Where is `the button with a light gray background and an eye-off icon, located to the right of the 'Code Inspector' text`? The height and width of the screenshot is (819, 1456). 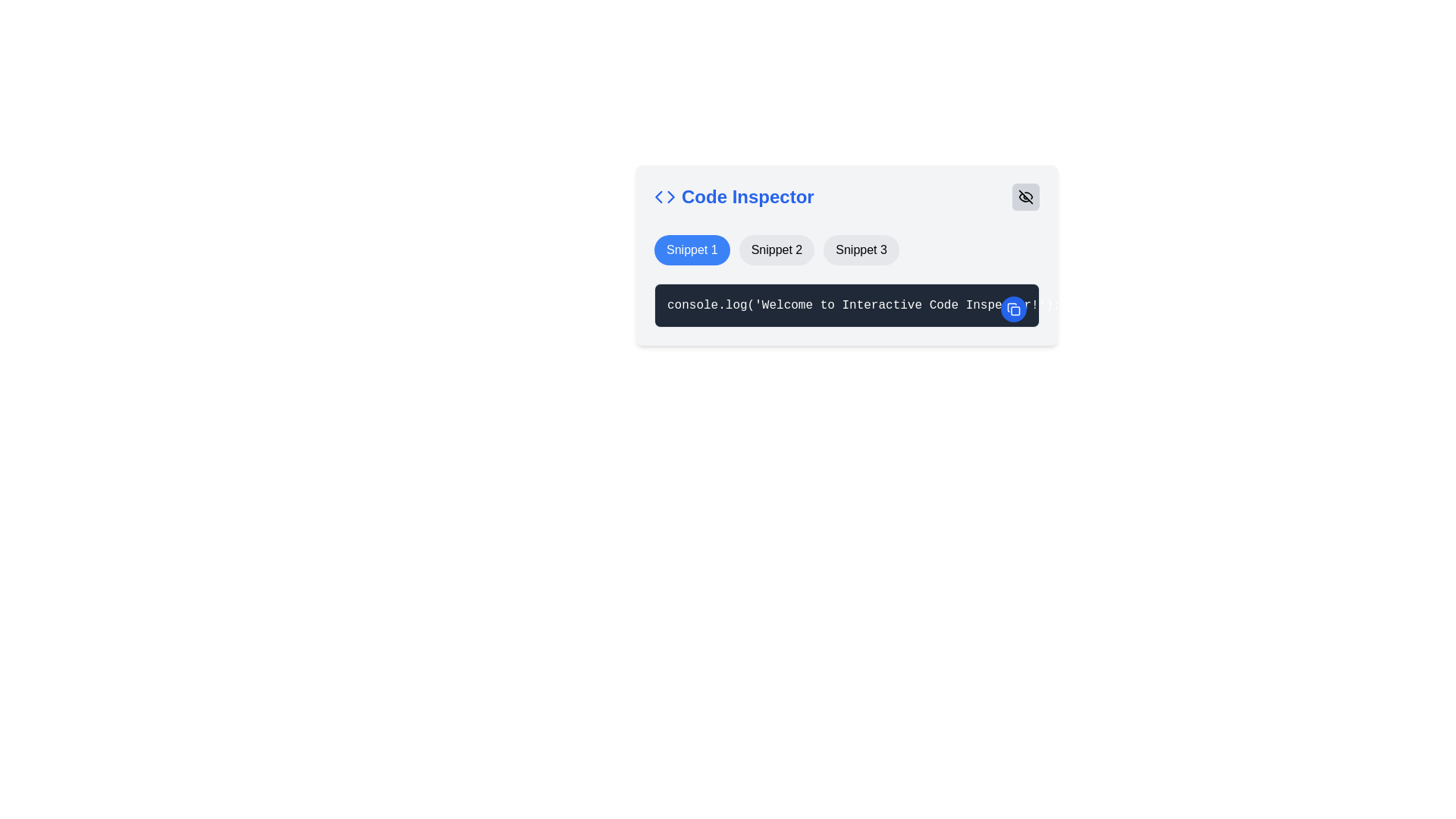 the button with a light gray background and an eye-off icon, located to the right of the 'Code Inspector' text is located at coordinates (1026, 196).